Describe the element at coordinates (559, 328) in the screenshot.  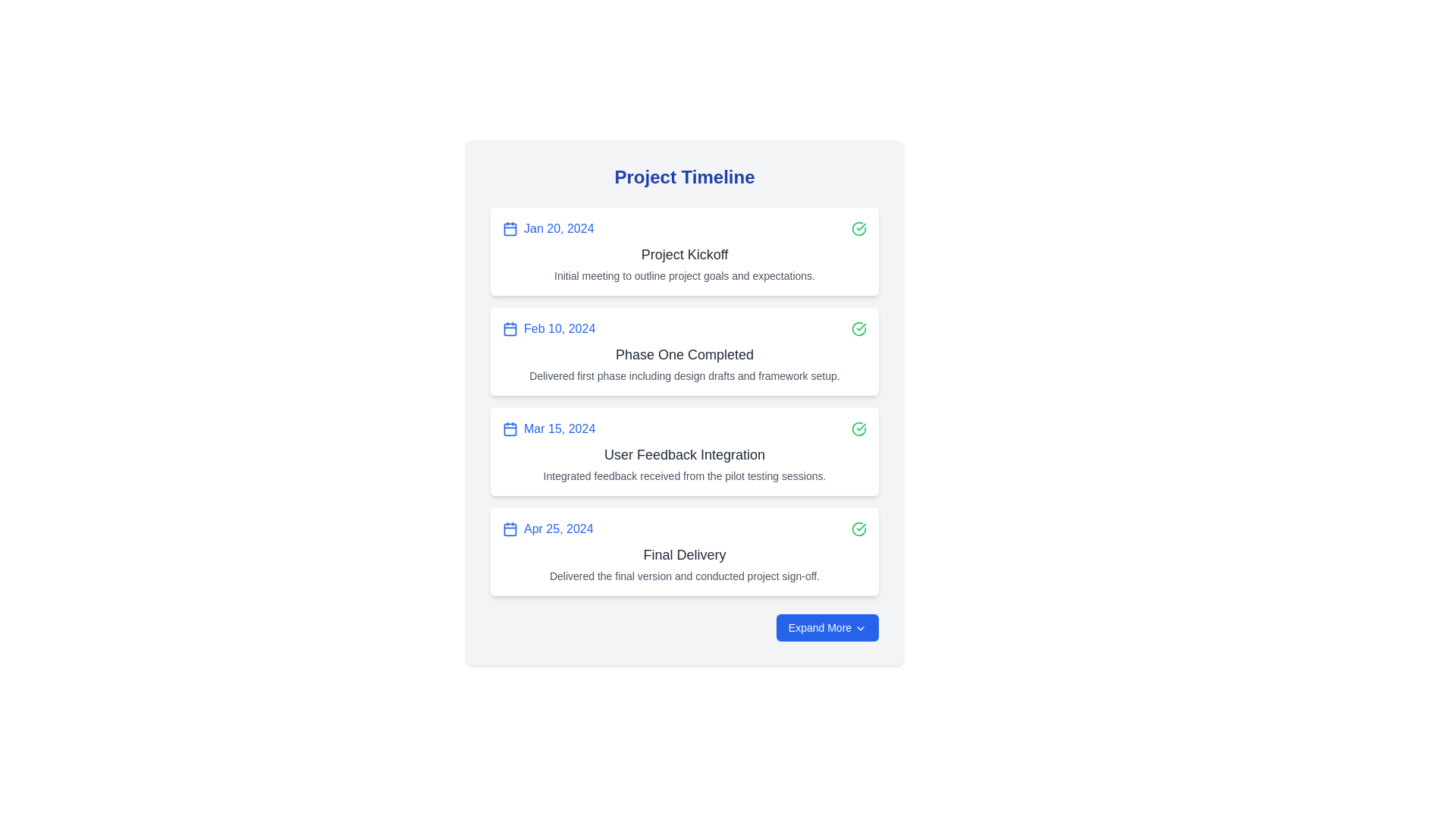
I see `the static text displaying the date 'Feb 10, 2024' in blue, medium-sized font, positioned on the left side of its entry in a timeline` at that location.